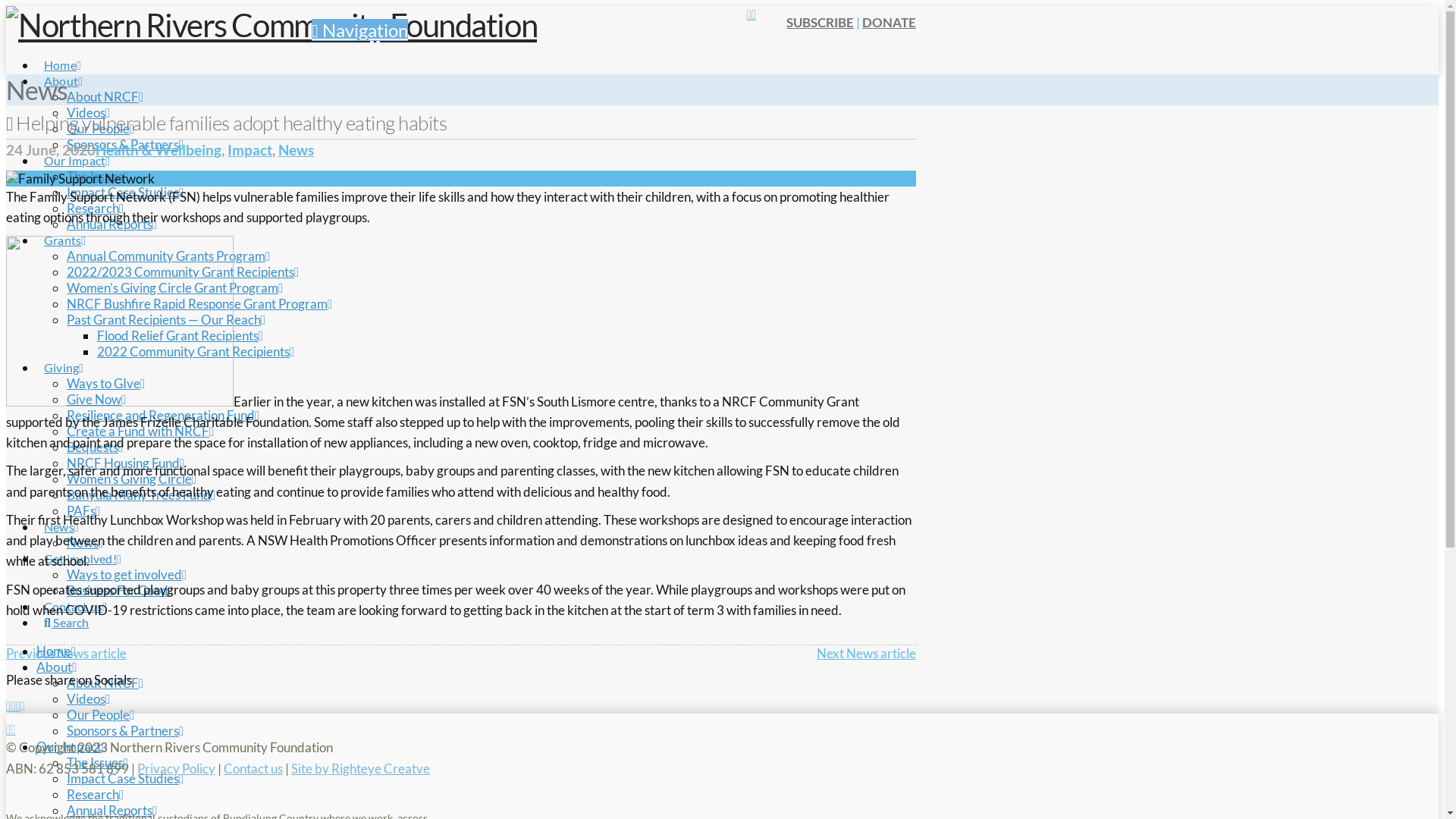 This screenshot has height=819, width=1456. What do you see at coordinates (22, 705) in the screenshot?
I see `'Share via Email'` at bounding box center [22, 705].